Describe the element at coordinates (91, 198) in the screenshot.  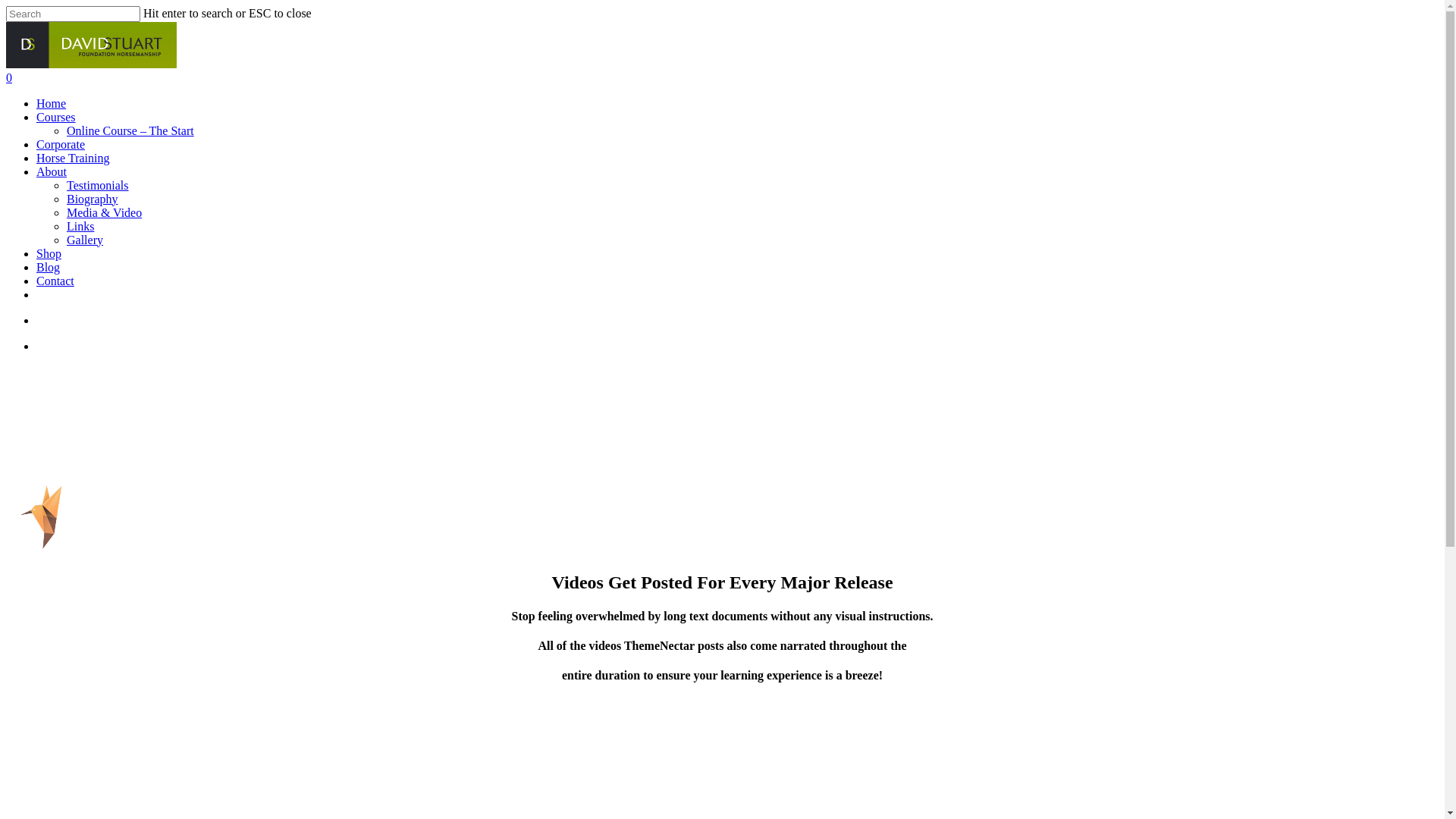
I see `'Biography'` at that location.